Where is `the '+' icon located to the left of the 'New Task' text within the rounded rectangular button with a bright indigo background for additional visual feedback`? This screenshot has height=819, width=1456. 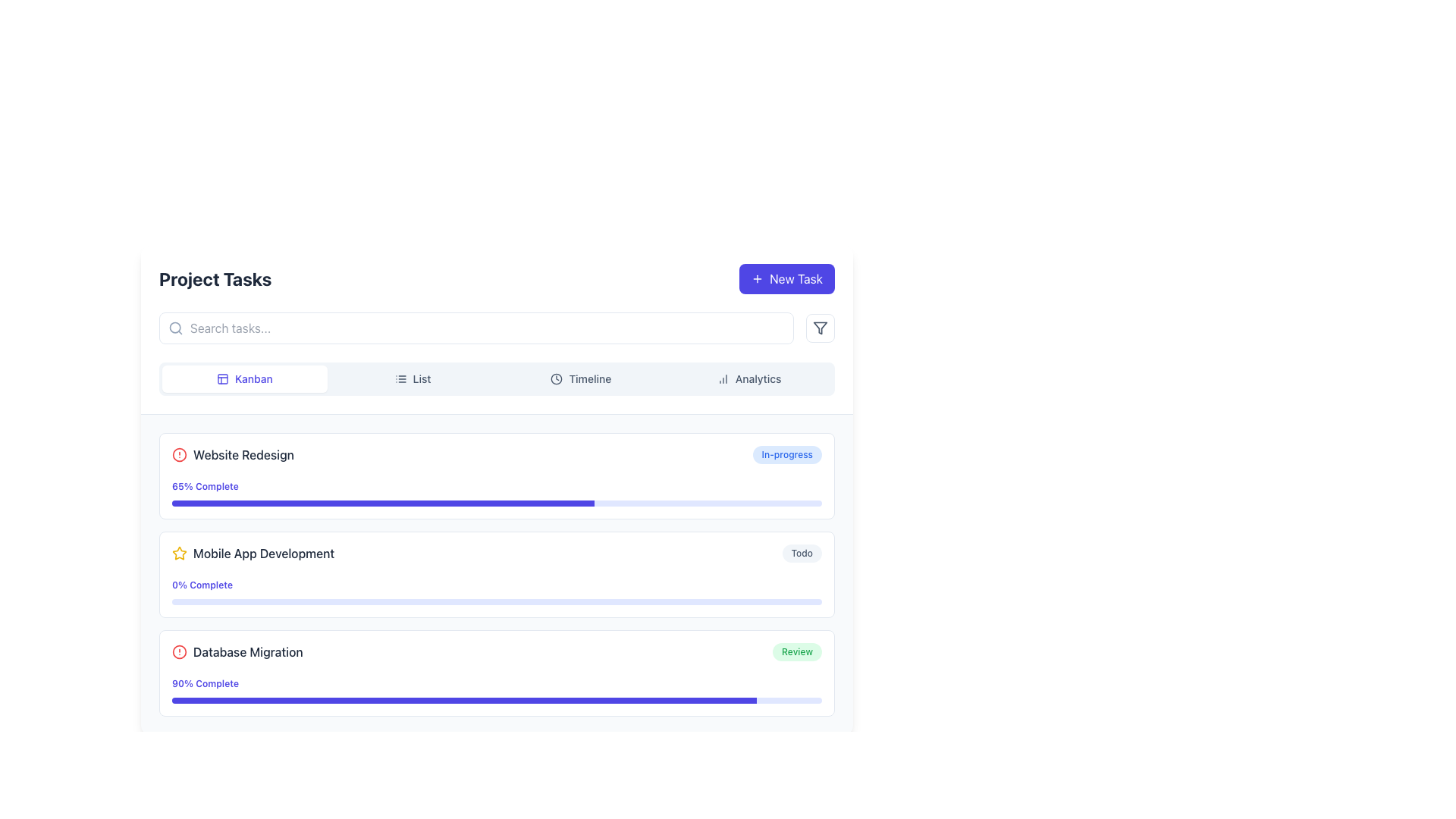
the '+' icon located to the left of the 'New Task' text within the rounded rectangular button with a bright indigo background for additional visual feedback is located at coordinates (758, 278).